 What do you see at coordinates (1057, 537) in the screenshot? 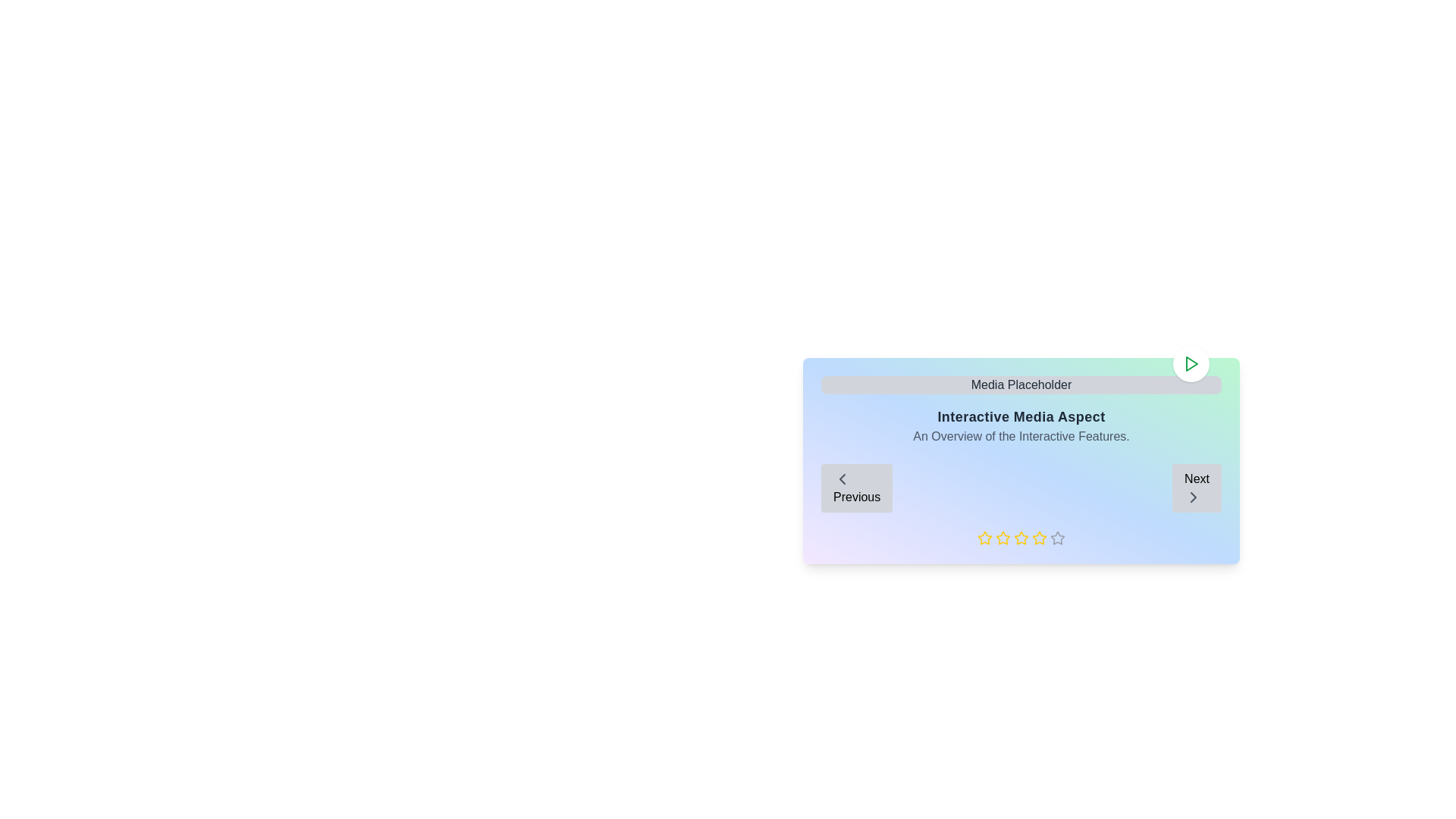
I see `the unselected star-shaped rating option, which is the eighth star in a row of nine stars` at bounding box center [1057, 537].